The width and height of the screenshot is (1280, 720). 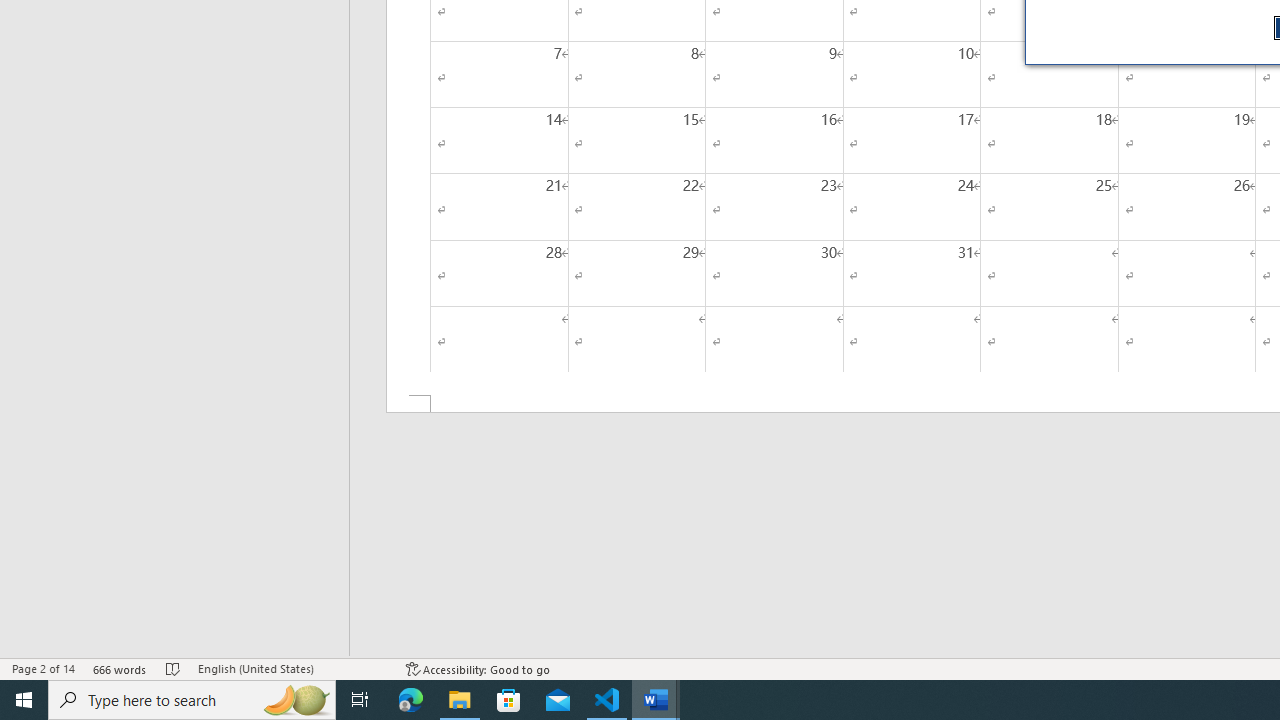 What do you see at coordinates (192, 698) in the screenshot?
I see `'Type here to search'` at bounding box center [192, 698].